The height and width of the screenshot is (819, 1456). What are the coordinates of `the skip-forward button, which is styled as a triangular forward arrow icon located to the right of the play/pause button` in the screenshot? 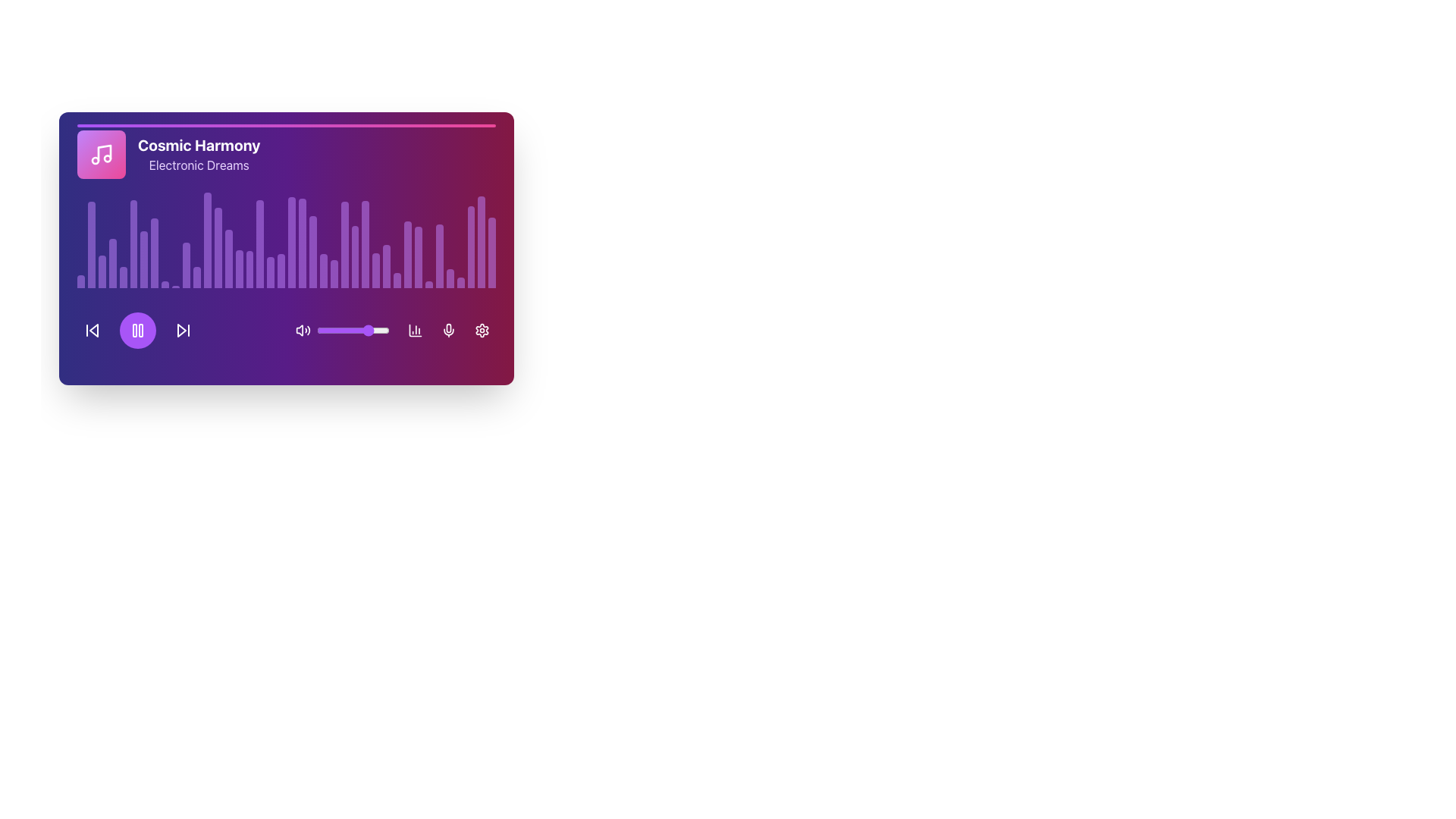 It's located at (182, 329).